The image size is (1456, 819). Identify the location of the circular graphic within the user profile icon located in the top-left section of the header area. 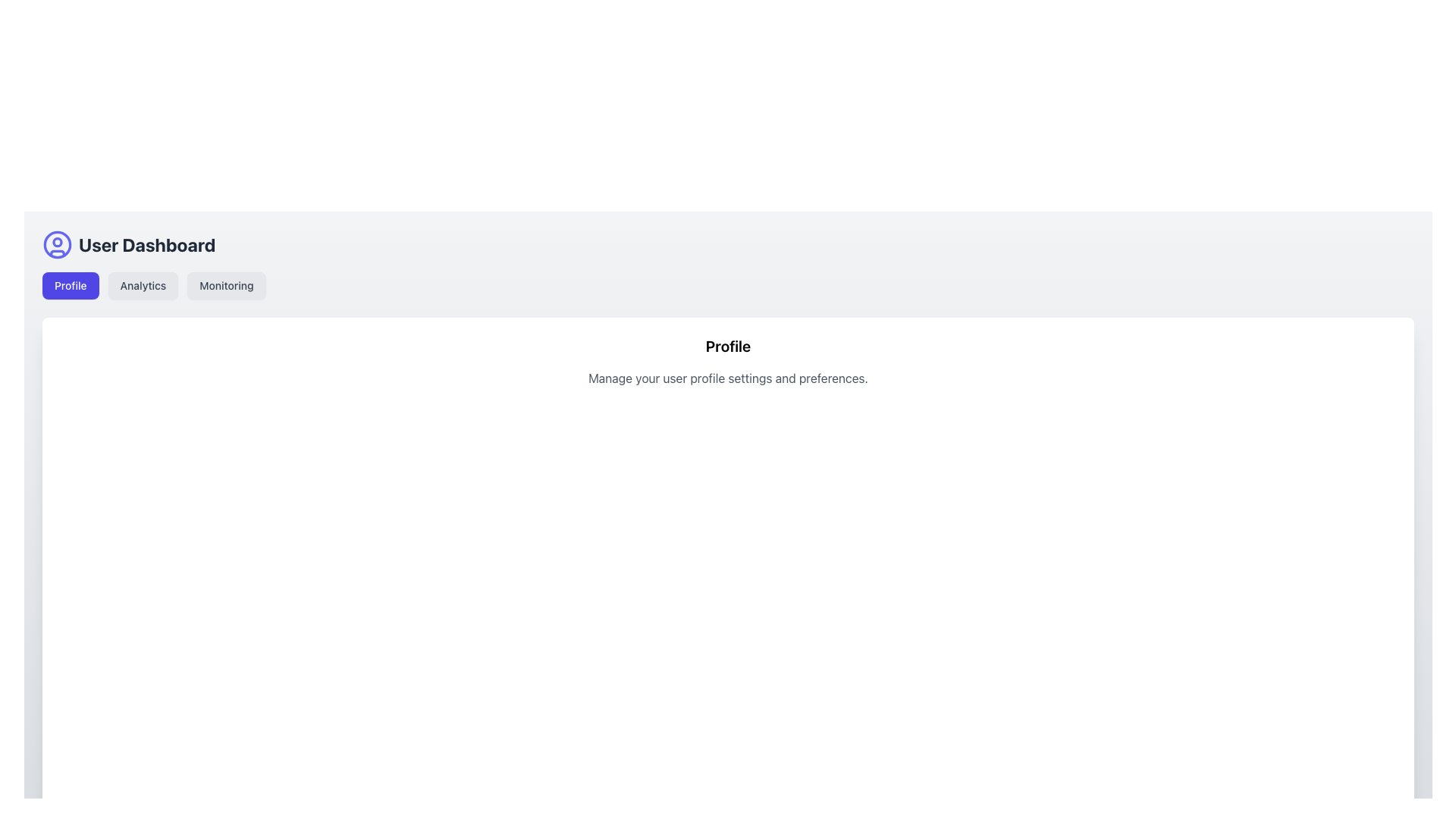
(58, 244).